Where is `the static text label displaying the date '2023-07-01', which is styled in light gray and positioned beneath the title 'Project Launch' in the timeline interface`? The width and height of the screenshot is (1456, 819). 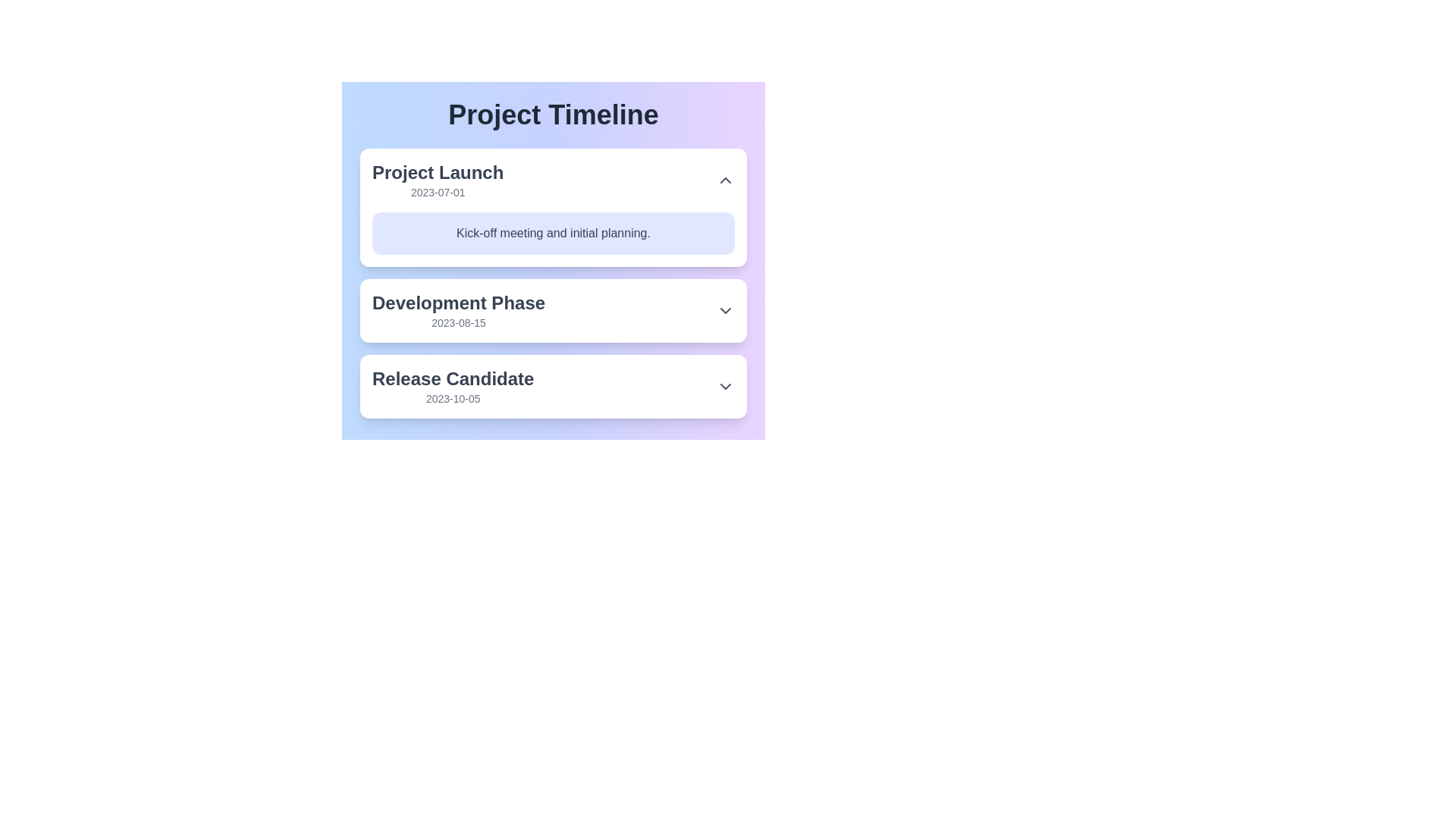
the static text label displaying the date '2023-07-01', which is styled in light gray and positioned beneath the title 'Project Launch' in the timeline interface is located at coordinates (437, 192).